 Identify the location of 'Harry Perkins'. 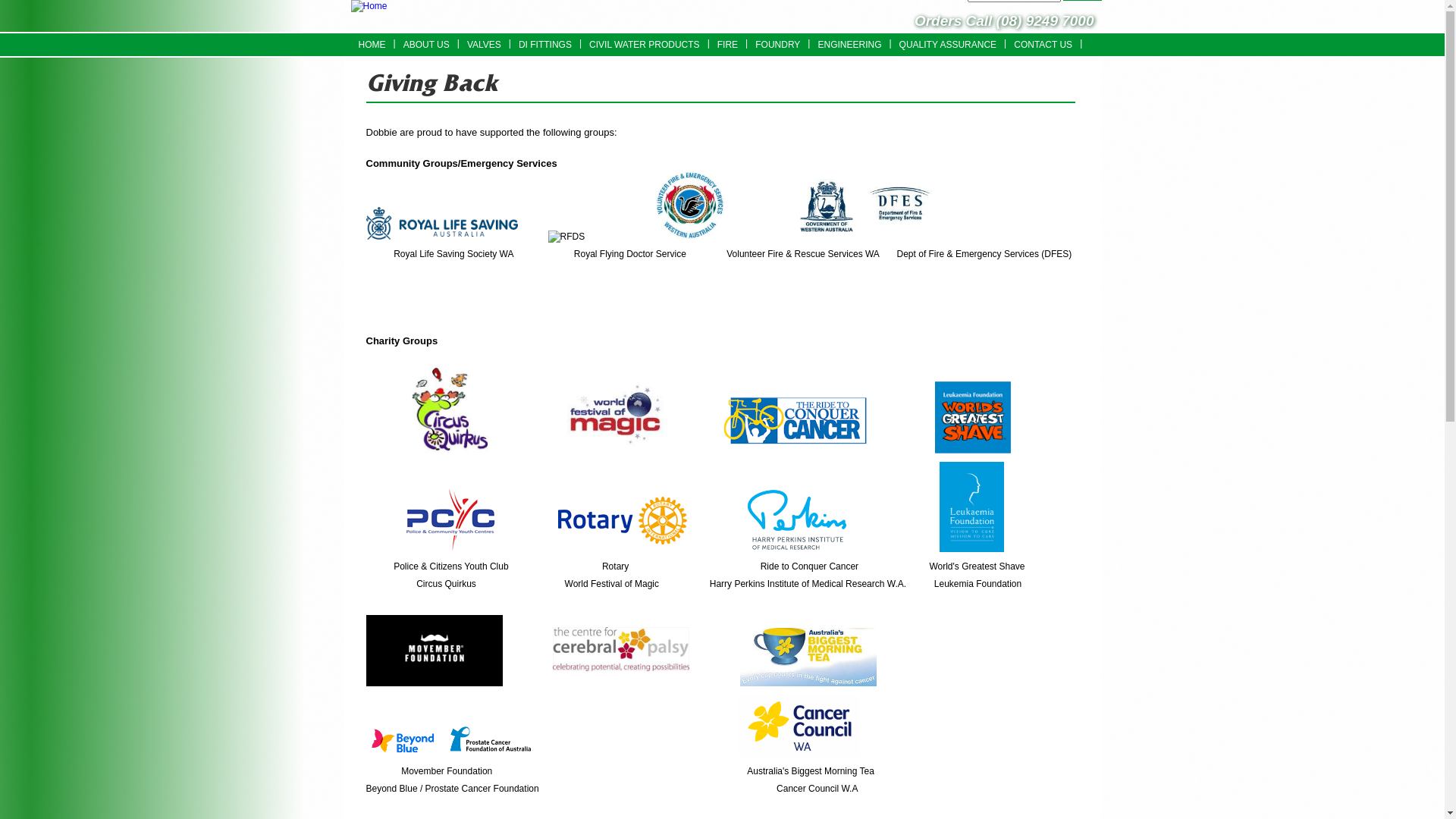
(796, 517).